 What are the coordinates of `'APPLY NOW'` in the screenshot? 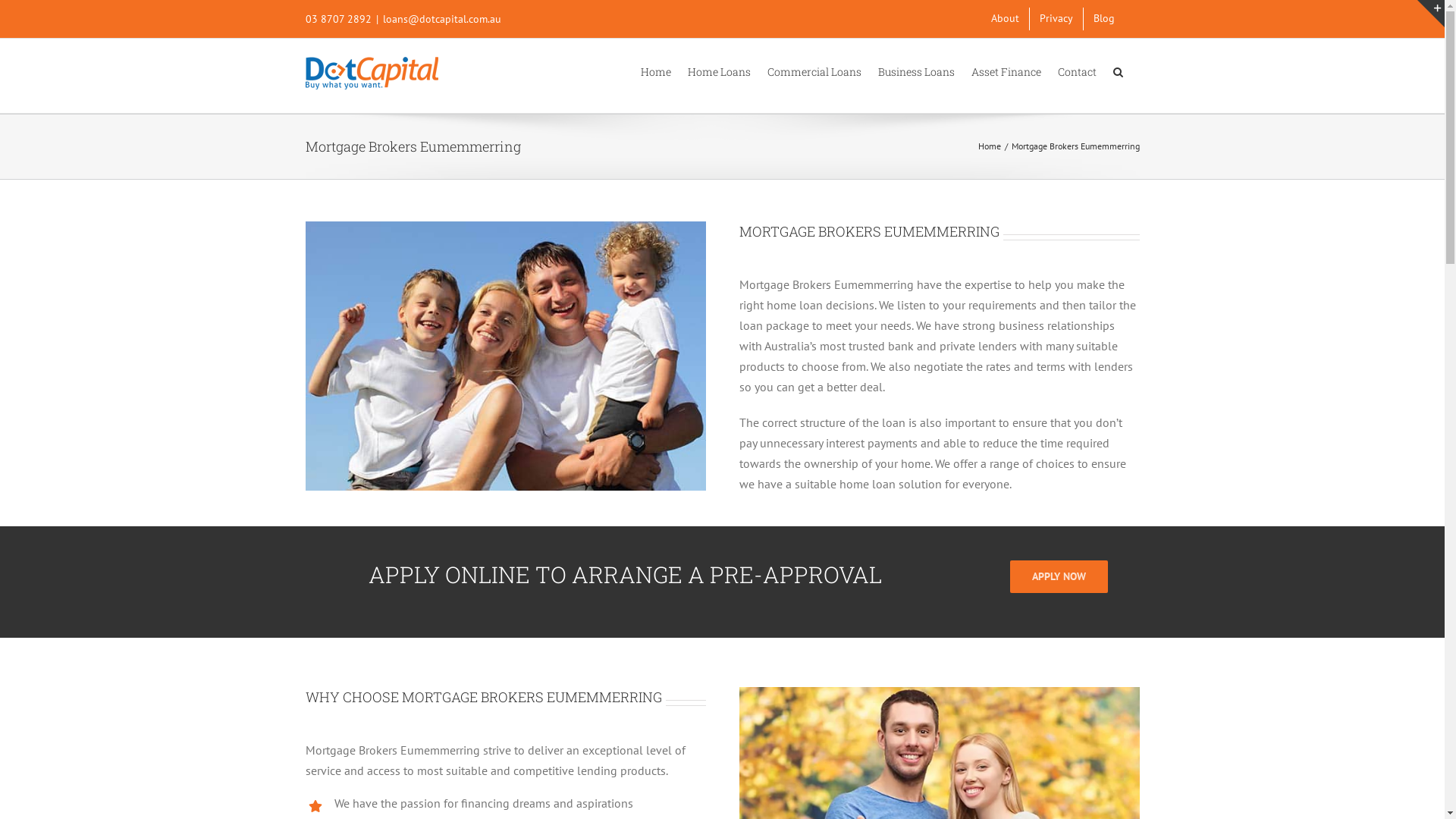 It's located at (1058, 576).